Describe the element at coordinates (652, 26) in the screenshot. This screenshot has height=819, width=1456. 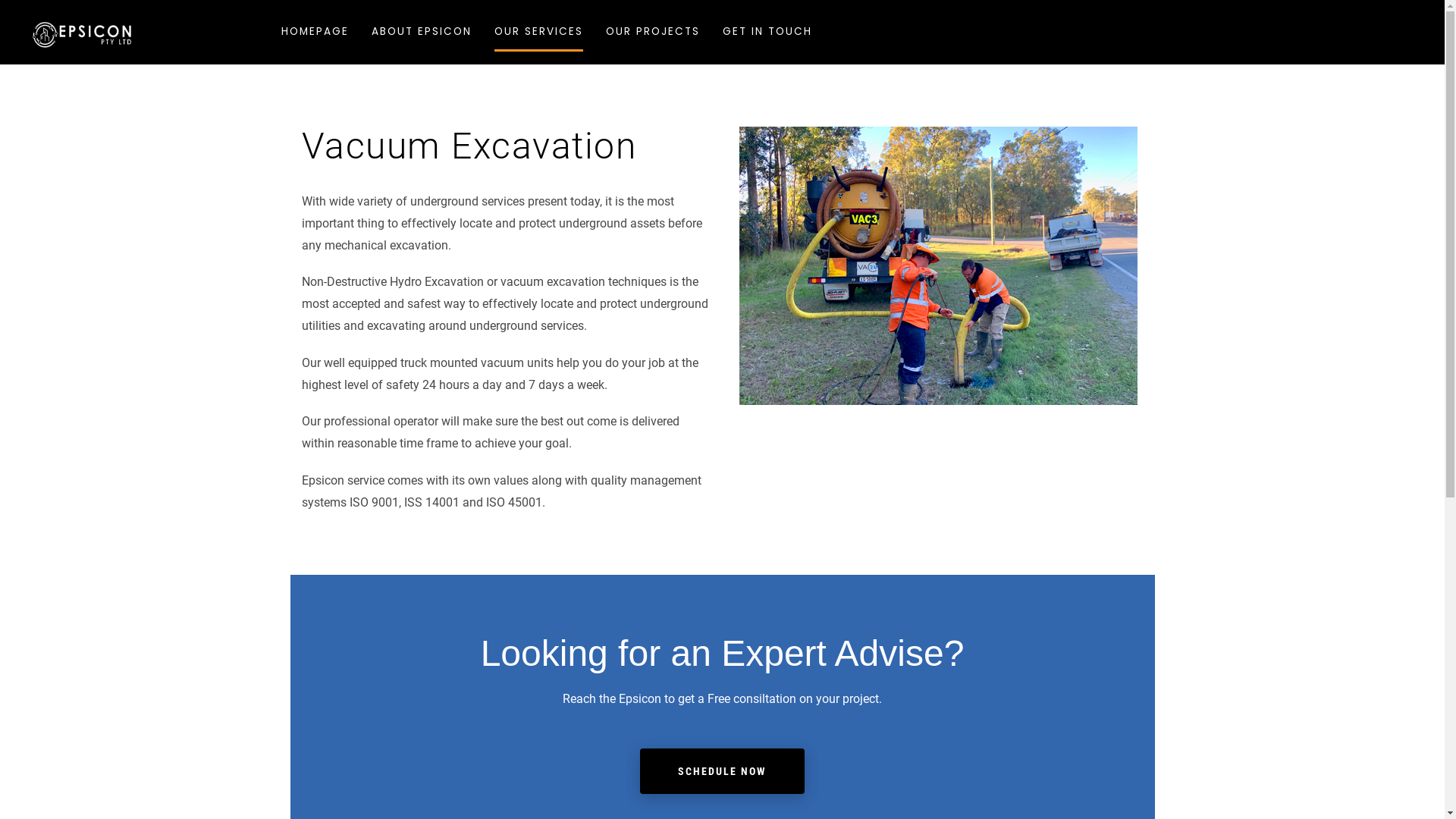
I see `'OUR PROJECTS'` at that location.